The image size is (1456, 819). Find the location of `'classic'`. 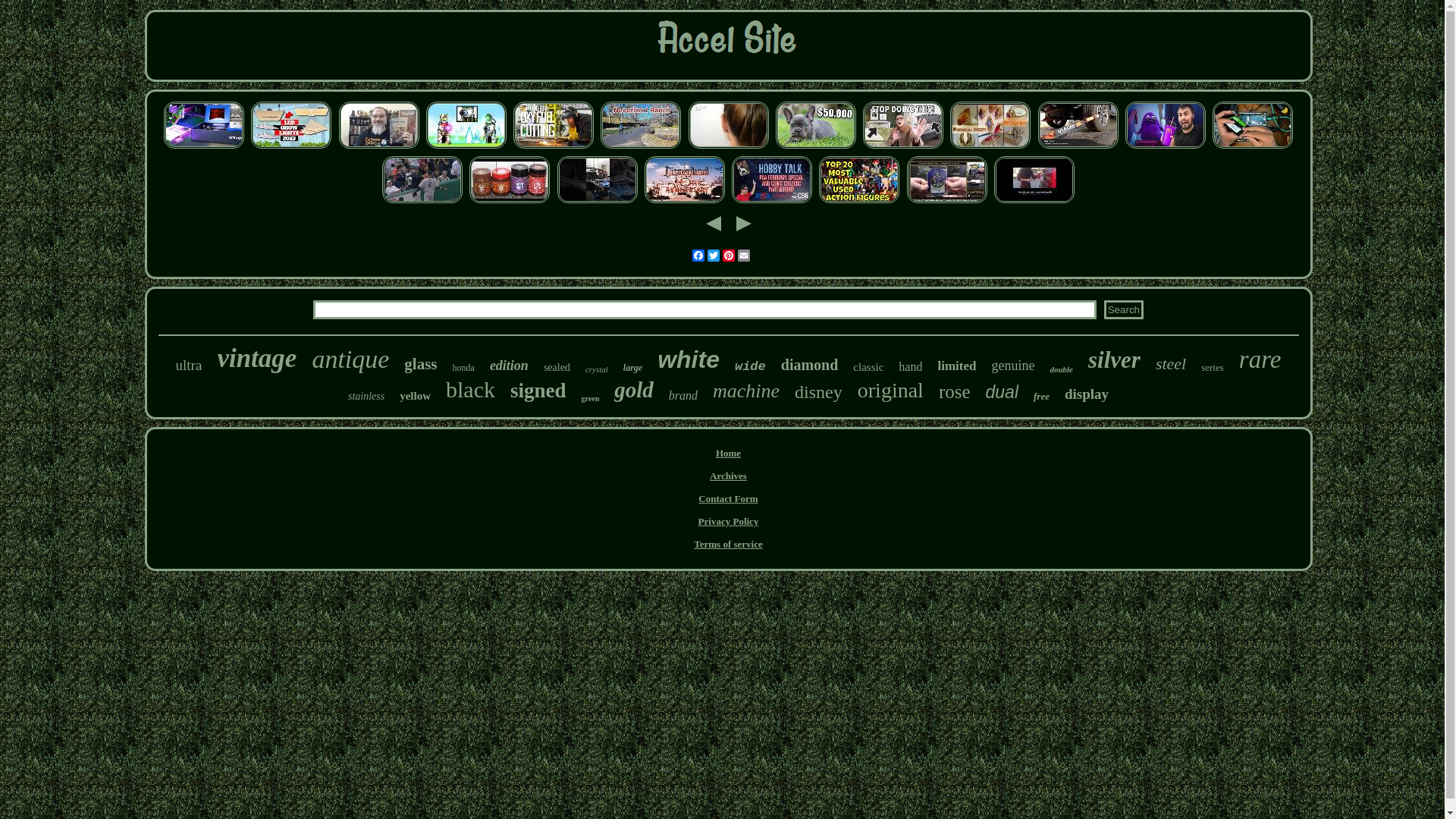

'classic' is located at coordinates (852, 367).